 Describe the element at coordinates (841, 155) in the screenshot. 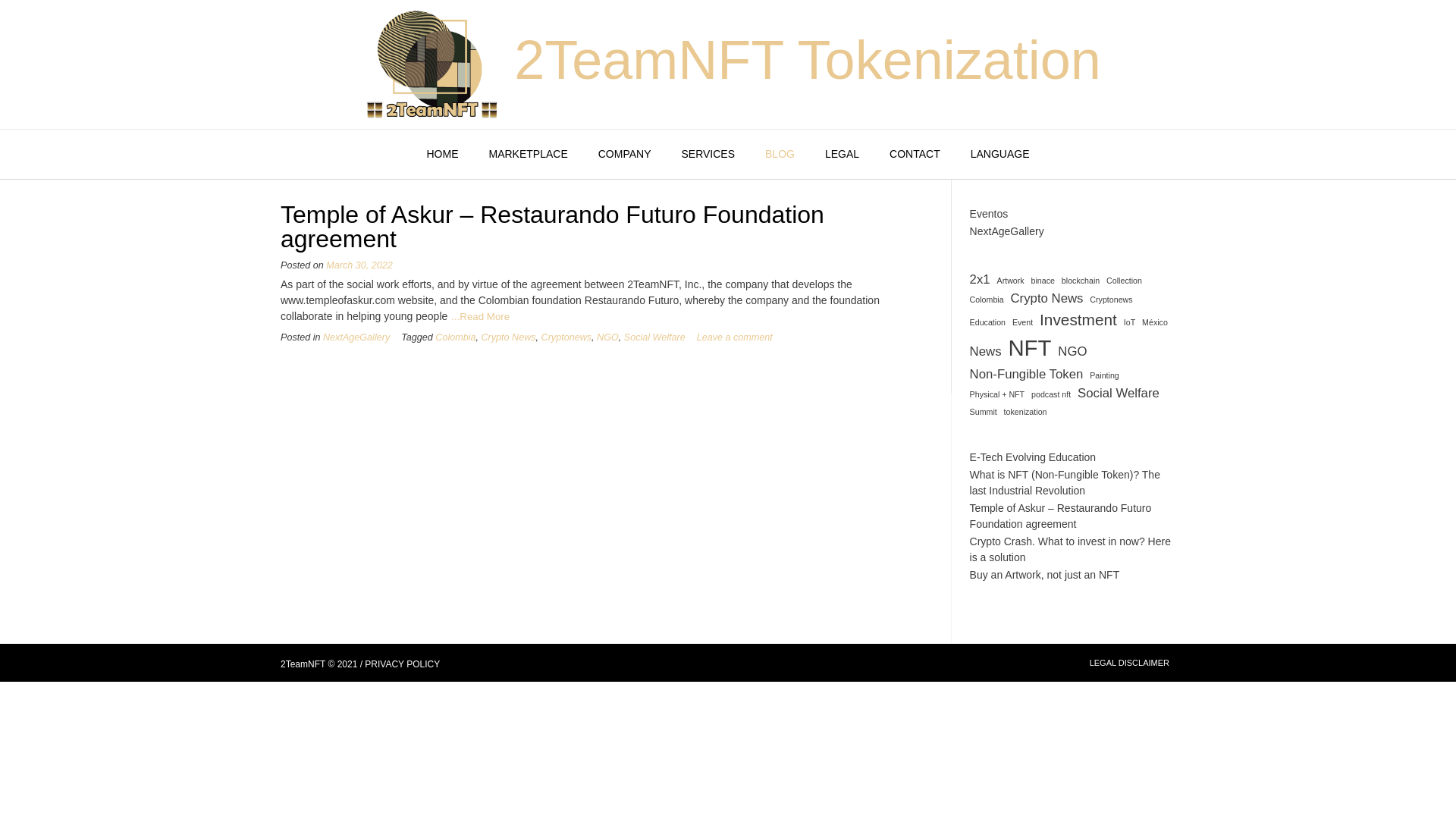

I see `'LEGAL'` at that location.